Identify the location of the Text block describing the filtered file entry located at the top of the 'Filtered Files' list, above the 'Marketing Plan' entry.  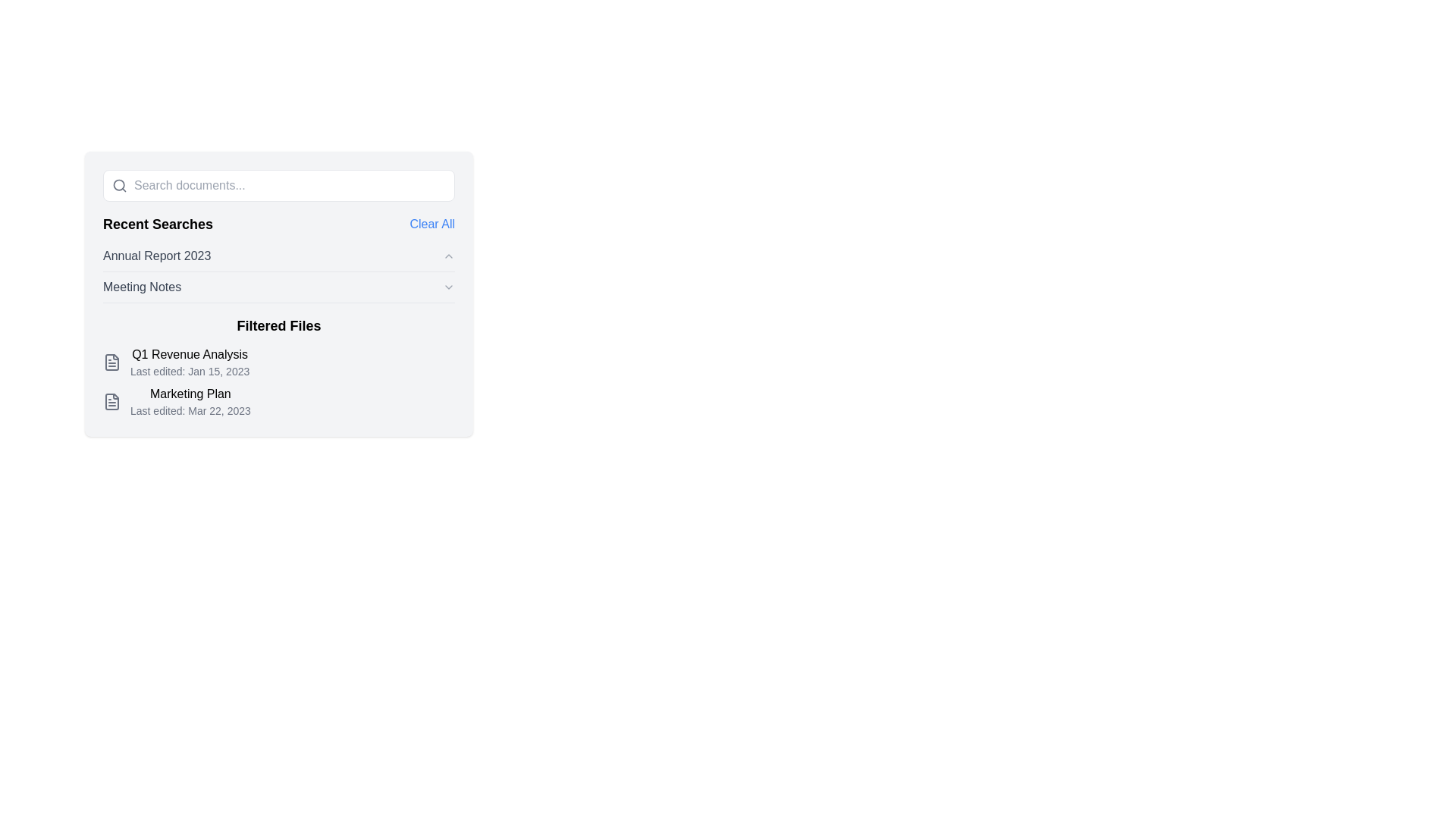
(189, 362).